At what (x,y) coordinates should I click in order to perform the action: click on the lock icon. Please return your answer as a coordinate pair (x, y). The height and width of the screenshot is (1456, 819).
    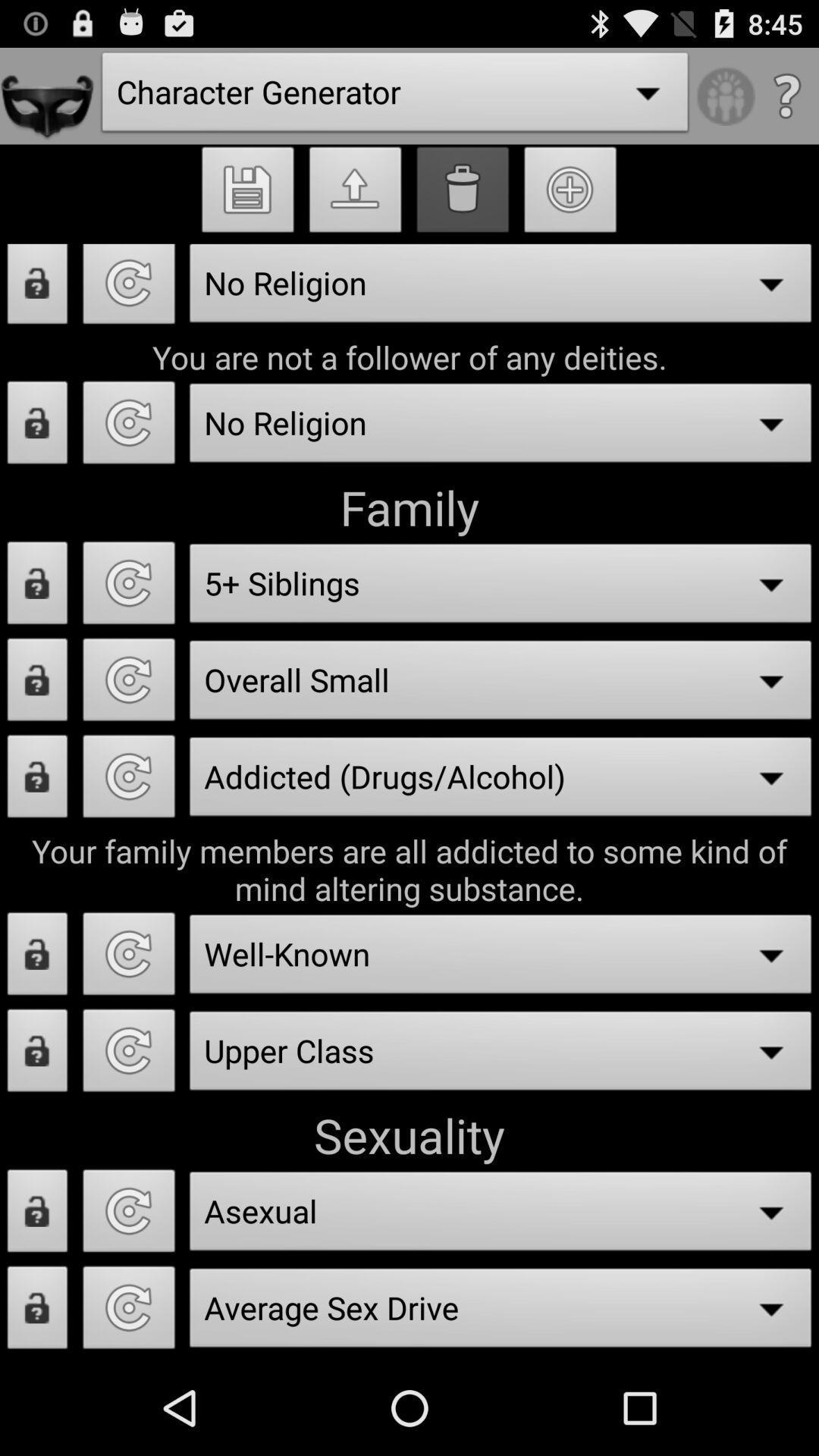
    Looking at the image, I should click on (36, 456).